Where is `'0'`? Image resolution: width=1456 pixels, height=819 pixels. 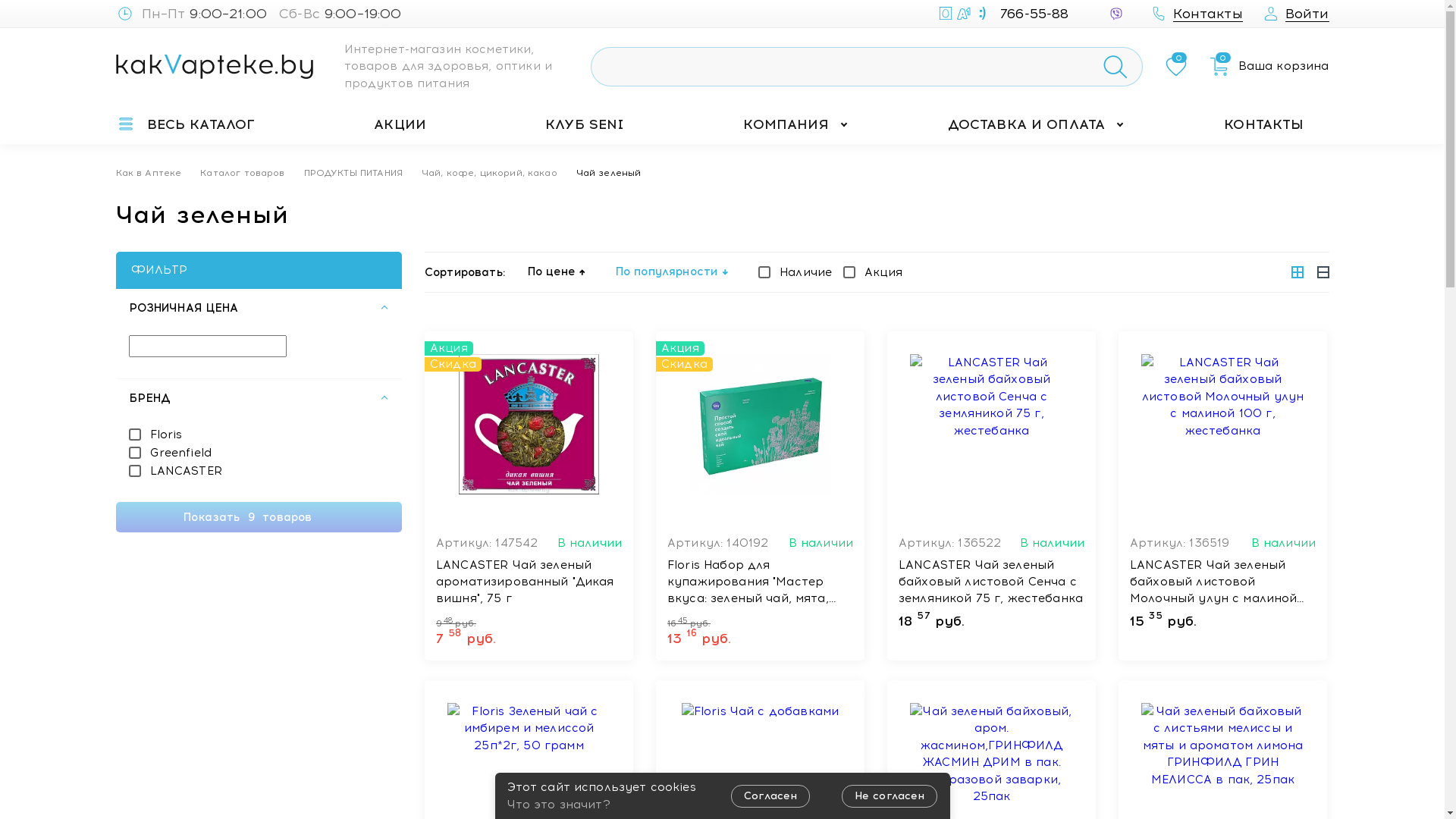
'0' is located at coordinates (1175, 66).